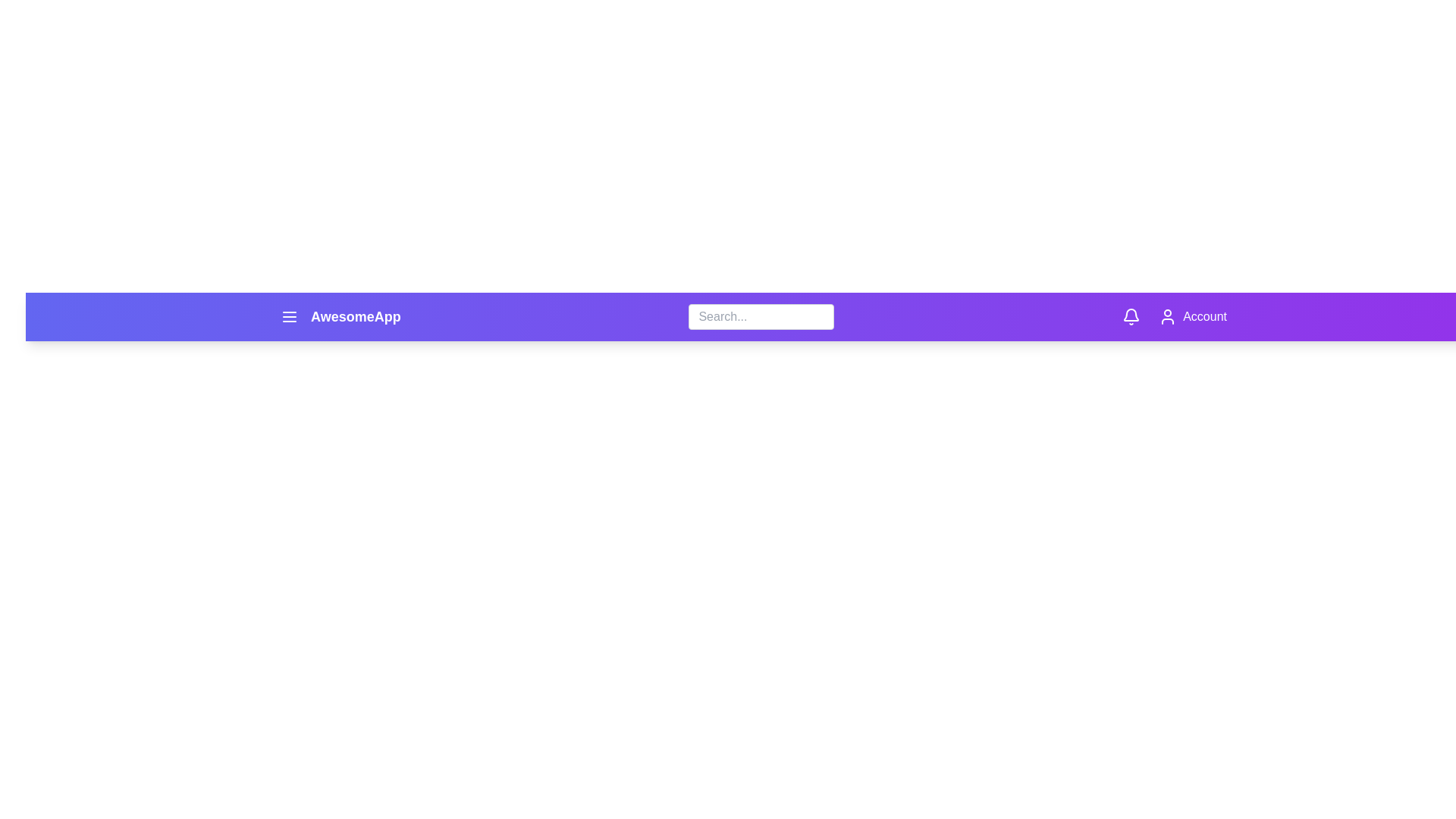 Image resolution: width=1456 pixels, height=819 pixels. What do you see at coordinates (290, 315) in the screenshot?
I see `the menu button to open the menu` at bounding box center [290, 315].